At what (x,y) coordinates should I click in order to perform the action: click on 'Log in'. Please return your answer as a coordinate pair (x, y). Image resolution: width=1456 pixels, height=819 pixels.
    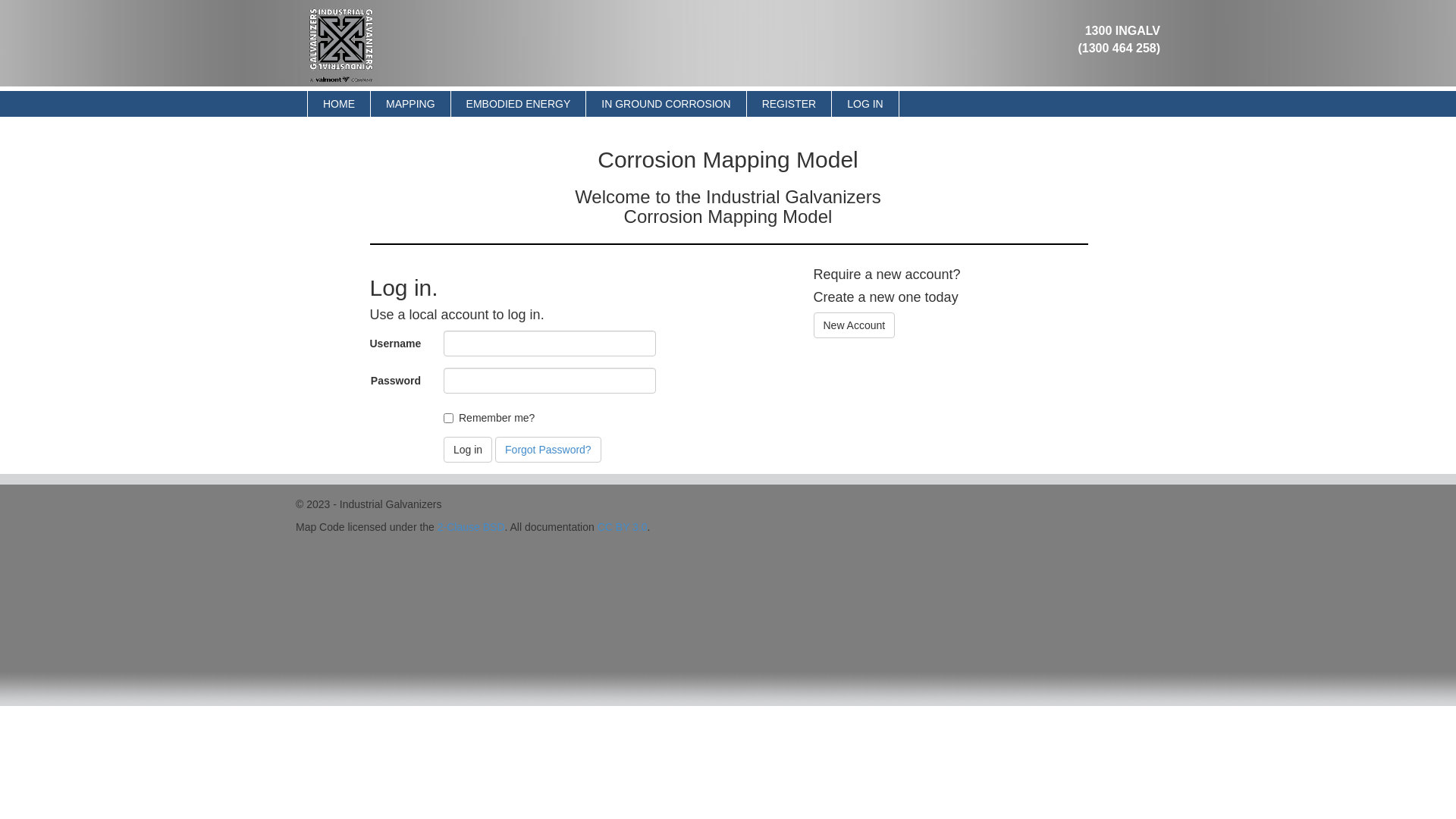
    Looking at the image, I should click on (467, 449).